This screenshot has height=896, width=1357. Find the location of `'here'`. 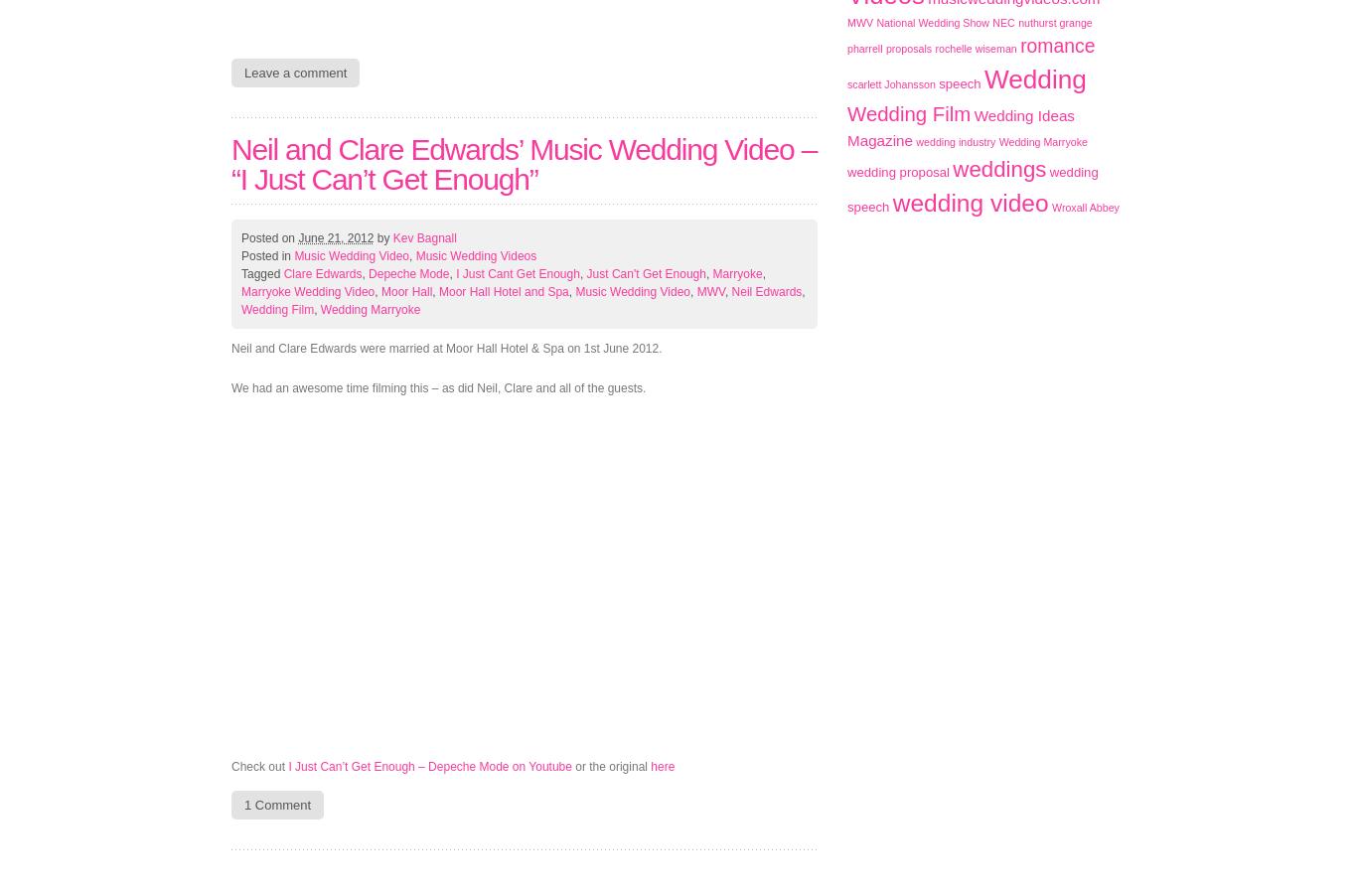

'here' is located at coordinates (662, 766).